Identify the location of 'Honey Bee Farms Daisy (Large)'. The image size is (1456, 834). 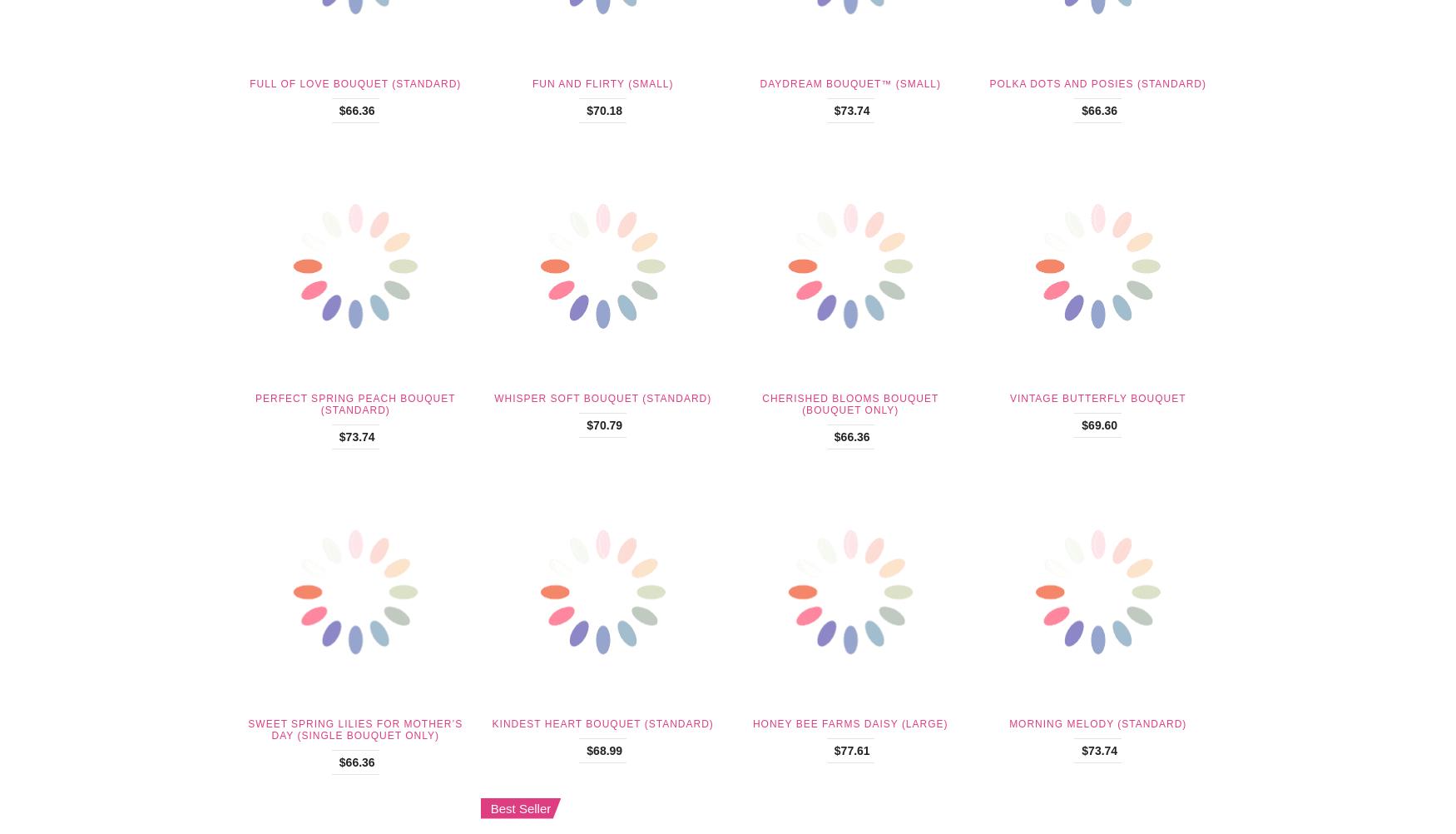
(849, 724).